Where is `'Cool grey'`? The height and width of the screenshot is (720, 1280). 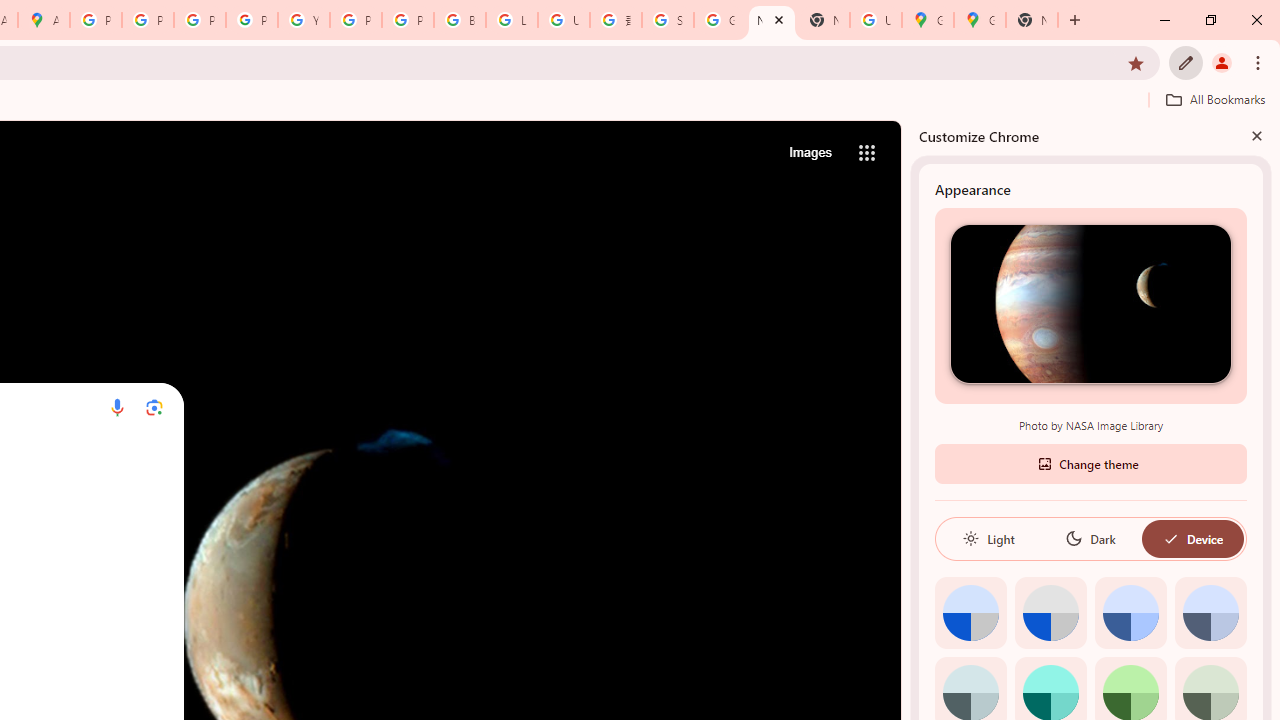
'Cool grey' is located at coordinates (1209, 611).